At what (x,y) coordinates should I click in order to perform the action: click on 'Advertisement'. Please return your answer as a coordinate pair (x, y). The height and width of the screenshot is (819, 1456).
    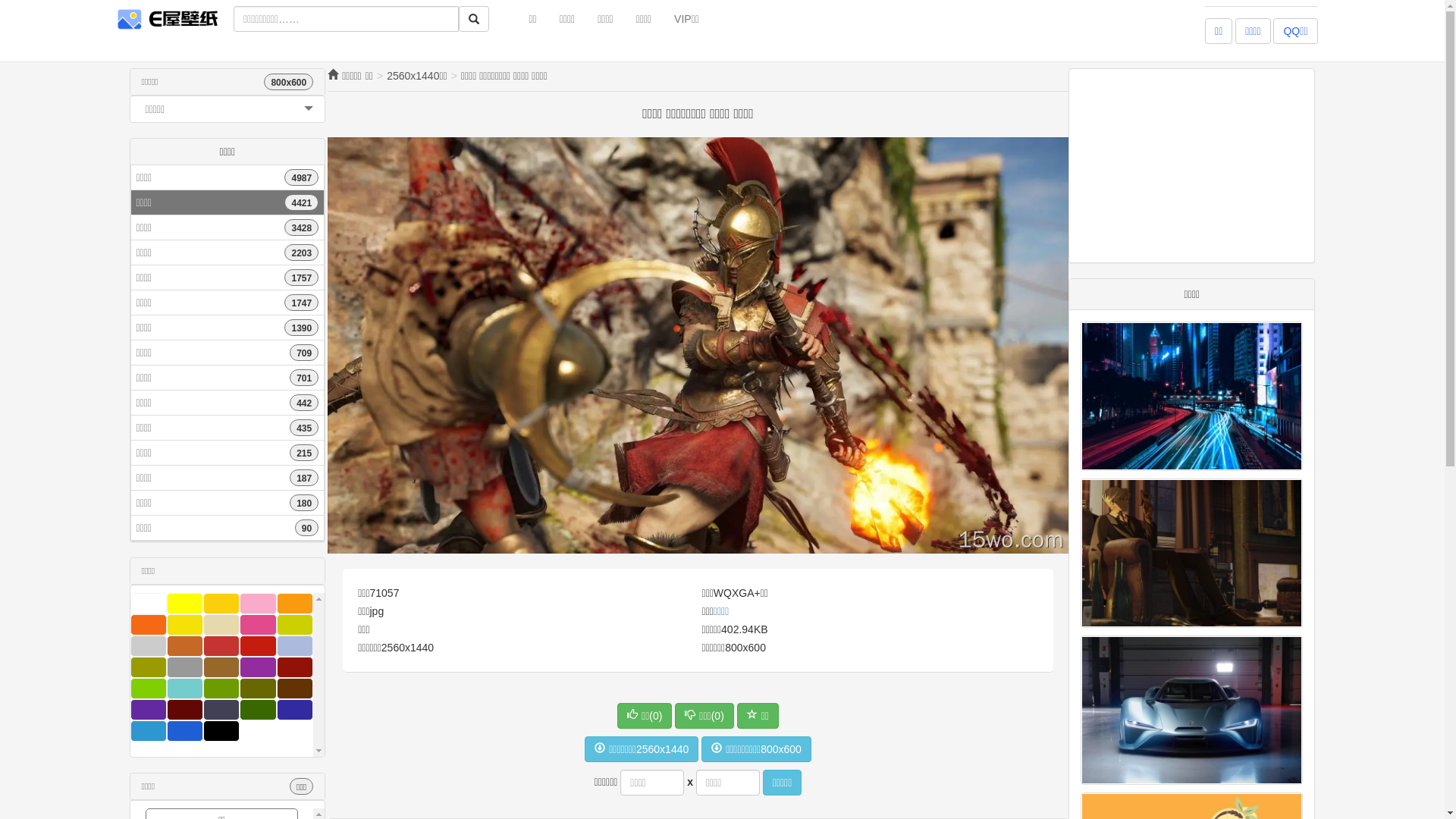
    Looking at the image, I should click on (1182, 164).